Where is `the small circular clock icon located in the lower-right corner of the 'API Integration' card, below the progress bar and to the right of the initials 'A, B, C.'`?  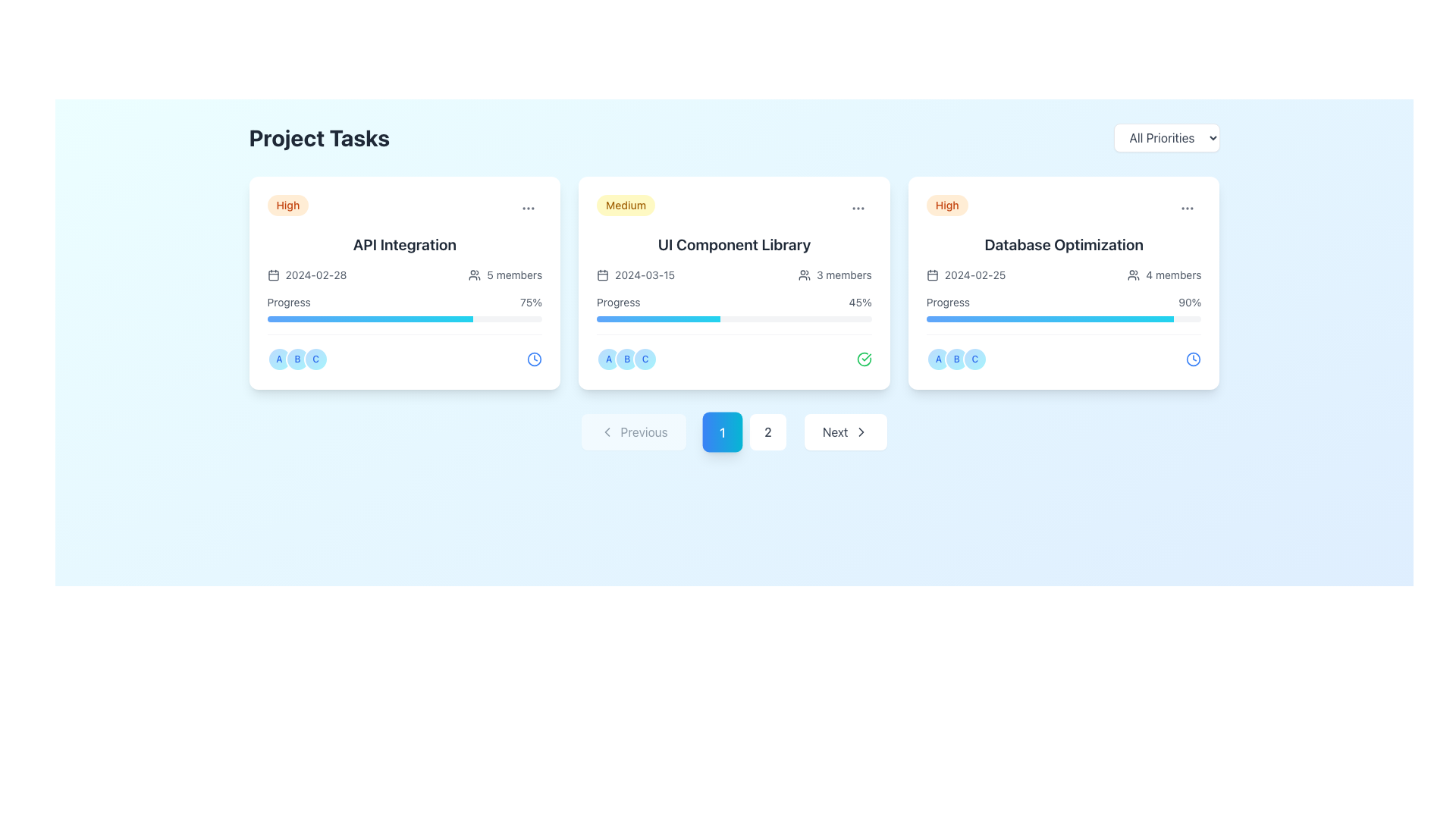 the small circular clock icon located in the lower-right corner of the 'API Integration' card, below the progress bar and to the right of the initials 'A, B, C.' is located at coordinates (535, 359).